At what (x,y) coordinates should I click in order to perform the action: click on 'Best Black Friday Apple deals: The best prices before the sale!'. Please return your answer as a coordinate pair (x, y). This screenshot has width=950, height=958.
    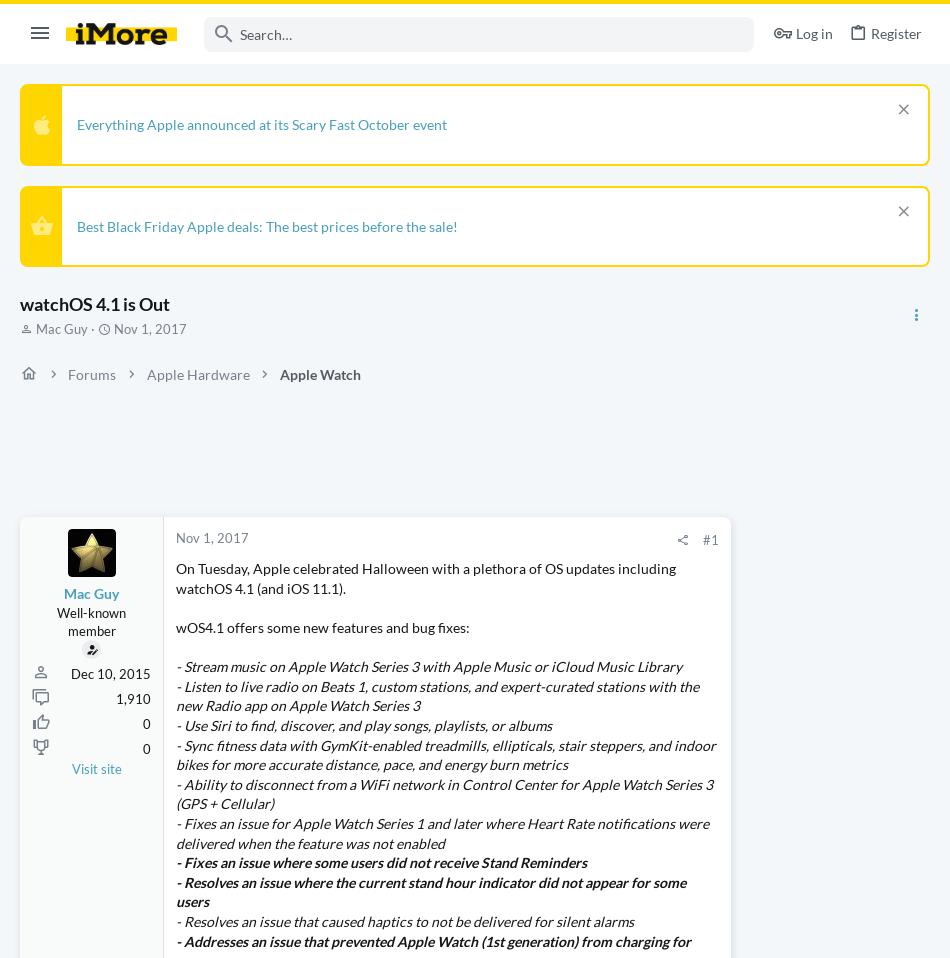
    Looking at the image, I should click on (266, 224).